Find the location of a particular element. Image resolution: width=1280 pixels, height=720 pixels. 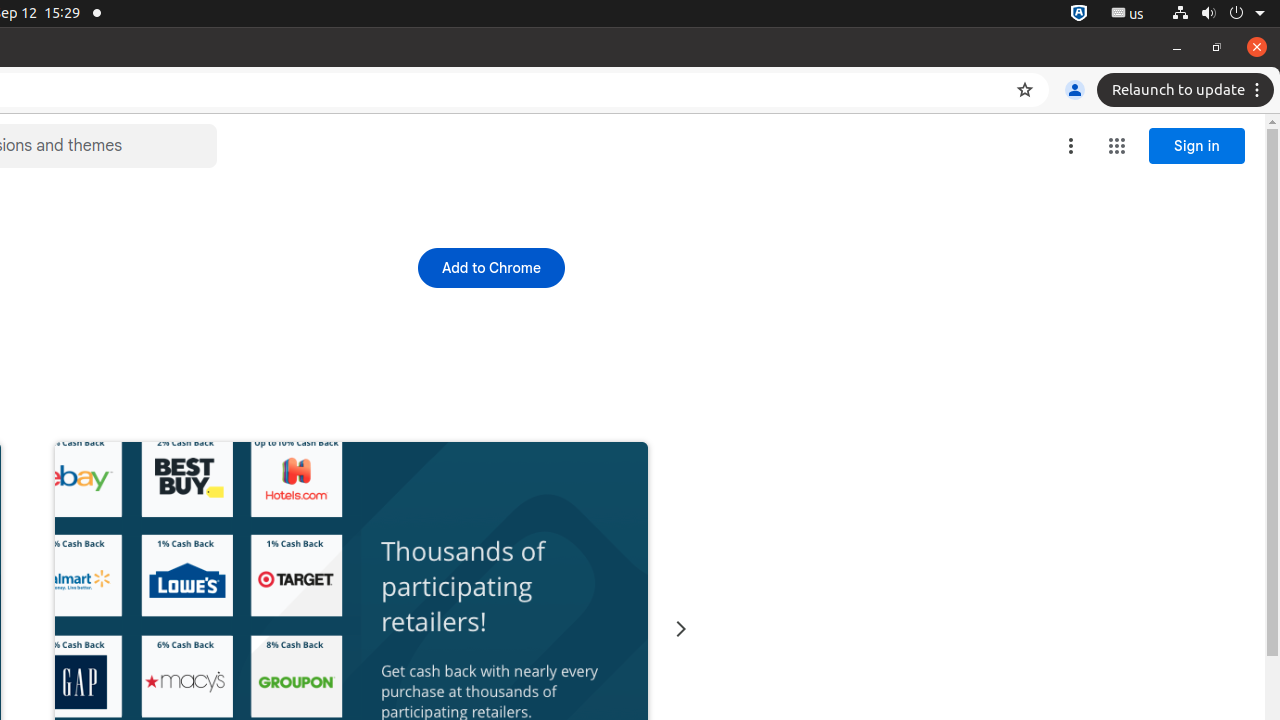

':1.21/StatusNotifierItem' is located at coordinates (1127, 13).